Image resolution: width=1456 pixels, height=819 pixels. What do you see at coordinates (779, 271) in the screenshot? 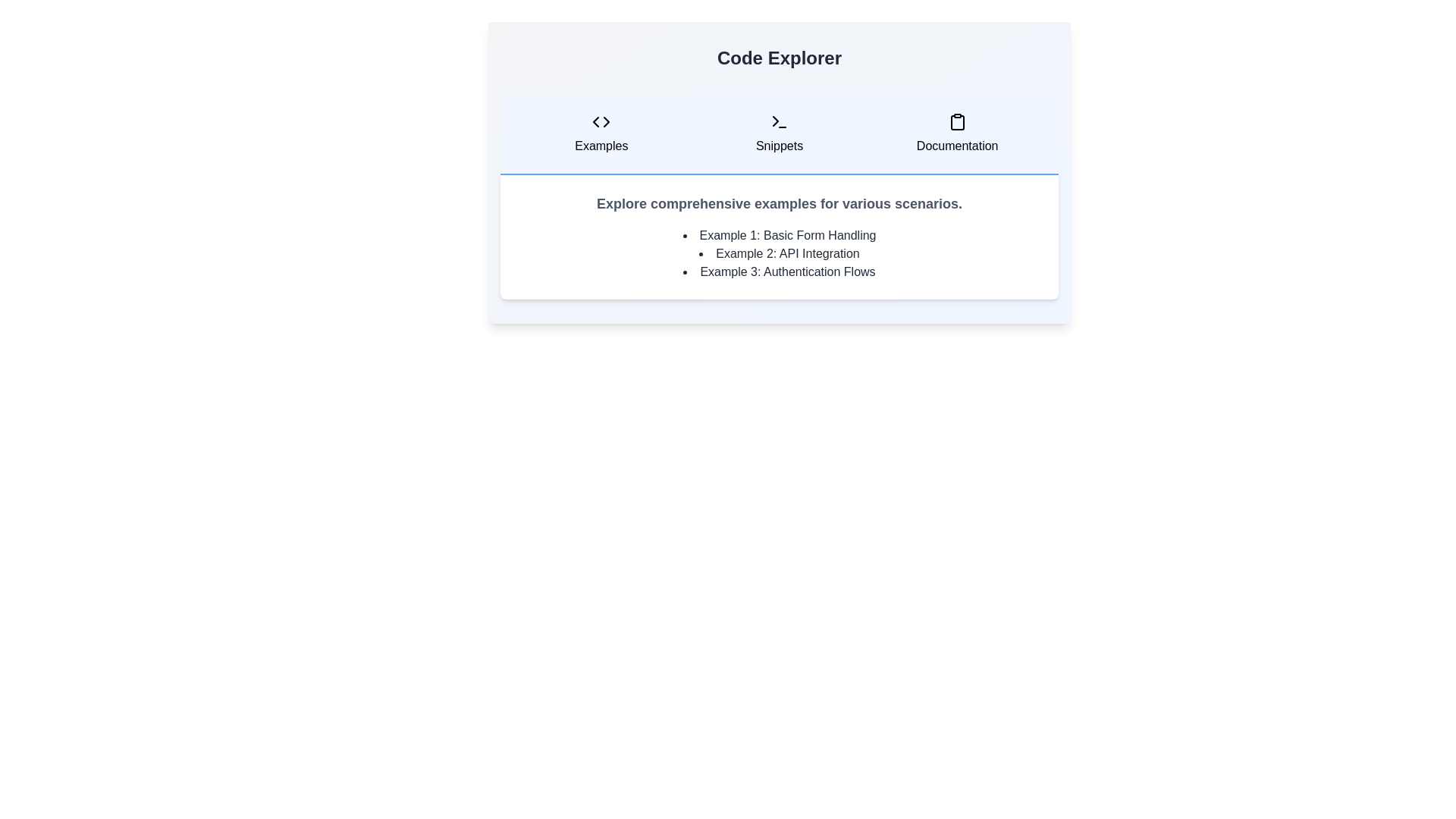
I see `the third list item titled 'Authentication Flows' under the heading 'Explore comprehensive examples for various scenarios' for accessibility purposes` at bounding box center [779, 271].